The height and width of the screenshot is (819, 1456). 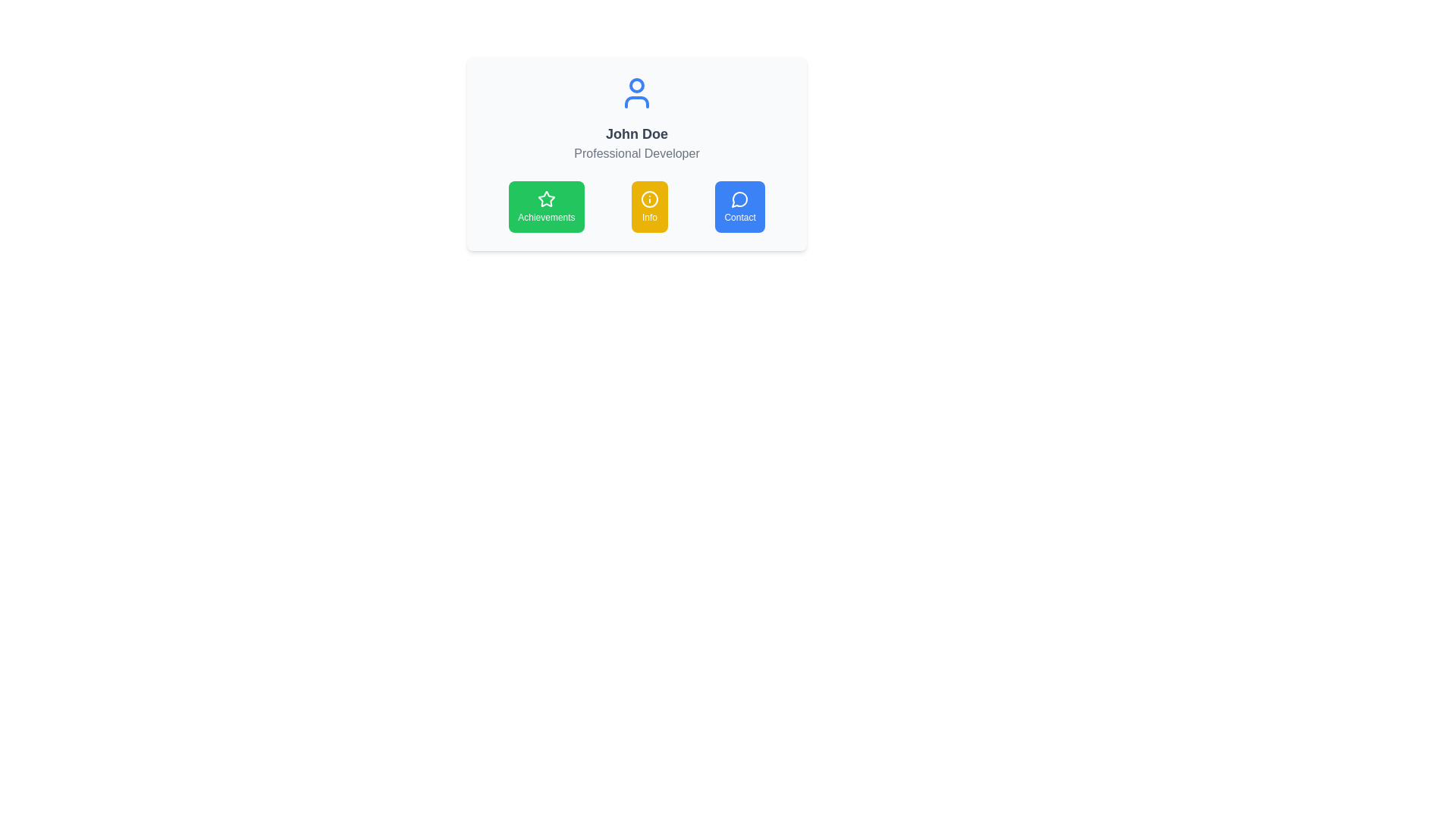 What do you see at coordinates (546, 207) in the screenshot?
I see `the 'Achievements' button, which is a vibrant green rectangular button with a white star icon and white text` at bounding box center [546, 207].